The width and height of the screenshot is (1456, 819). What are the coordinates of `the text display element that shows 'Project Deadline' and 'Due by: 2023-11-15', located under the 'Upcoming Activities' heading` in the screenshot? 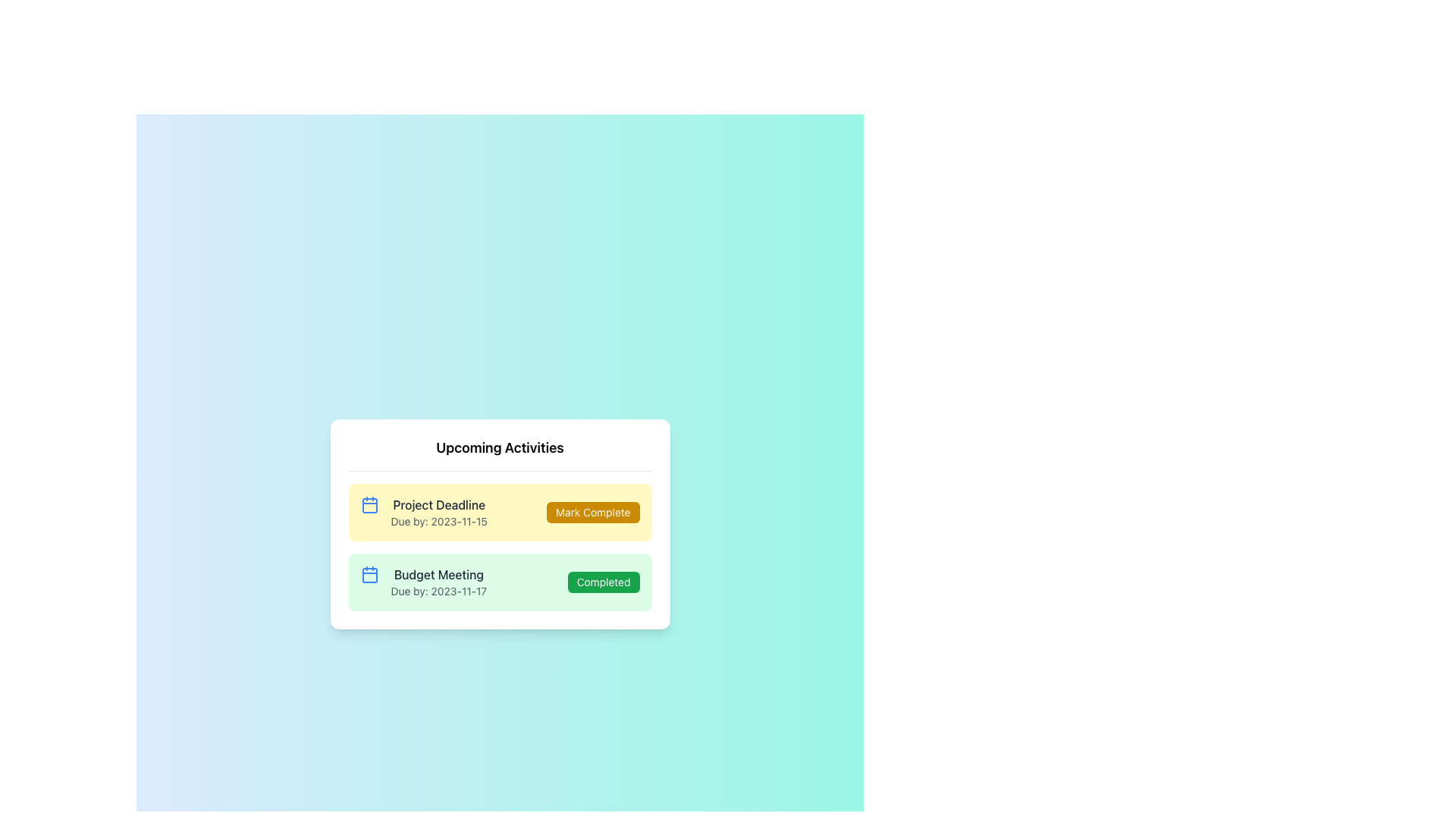 It's located at (438, 512).